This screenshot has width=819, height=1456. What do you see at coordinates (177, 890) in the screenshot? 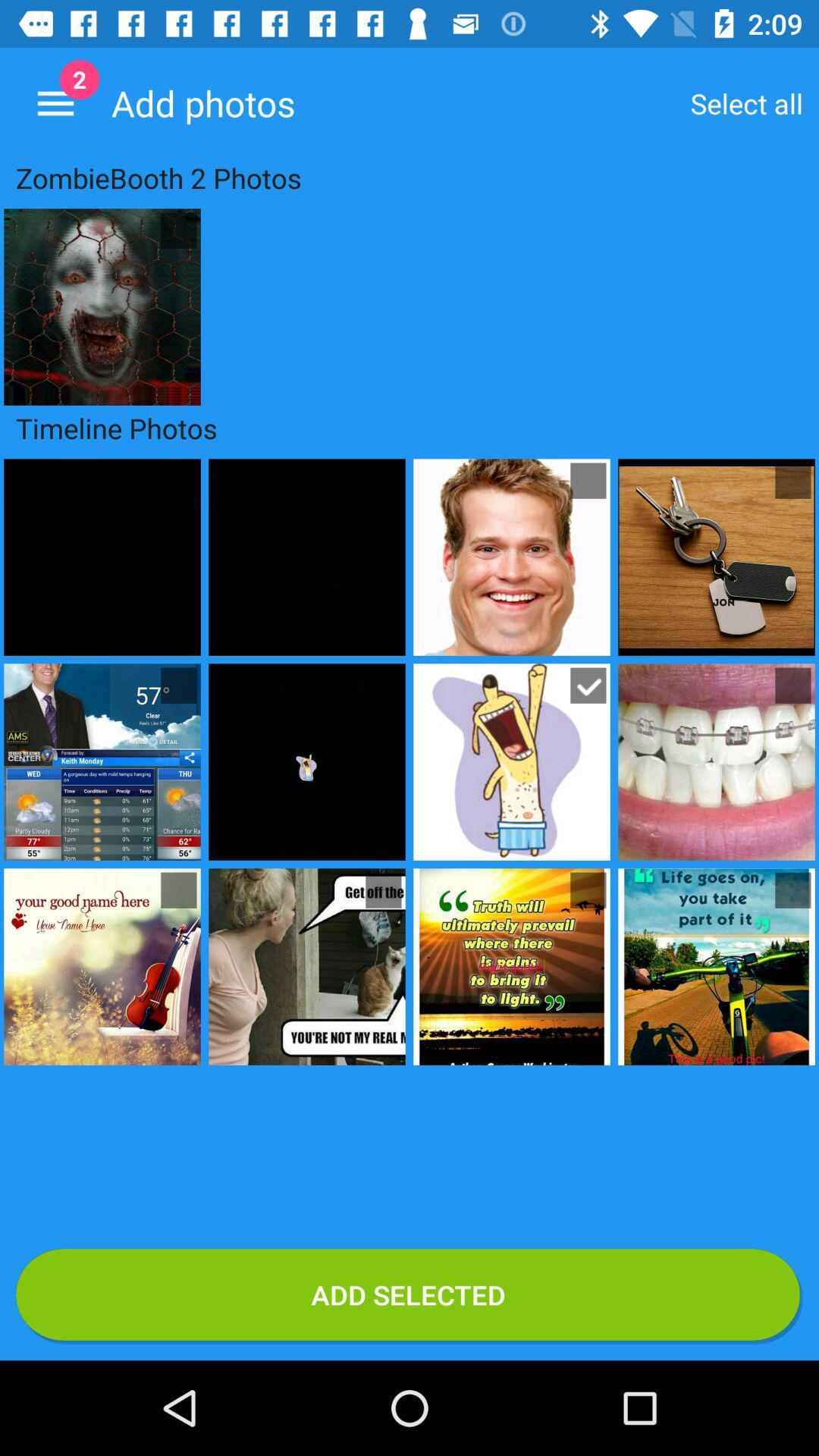
I see `the check box on left side of third image which is below timeline photos` at bounding box center [177, 890].